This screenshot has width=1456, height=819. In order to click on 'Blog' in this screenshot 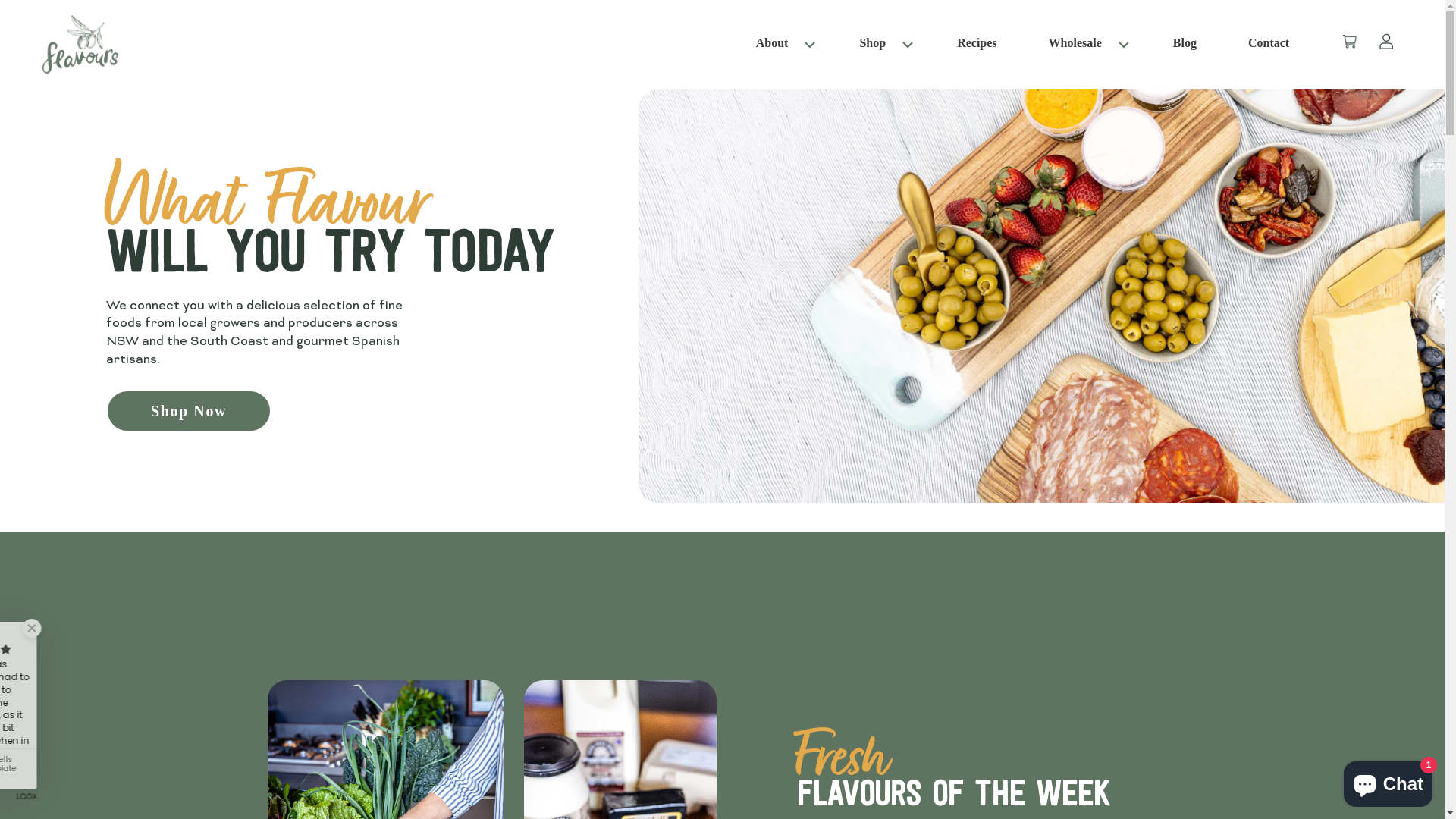, I will do `click(1164, 43)`.